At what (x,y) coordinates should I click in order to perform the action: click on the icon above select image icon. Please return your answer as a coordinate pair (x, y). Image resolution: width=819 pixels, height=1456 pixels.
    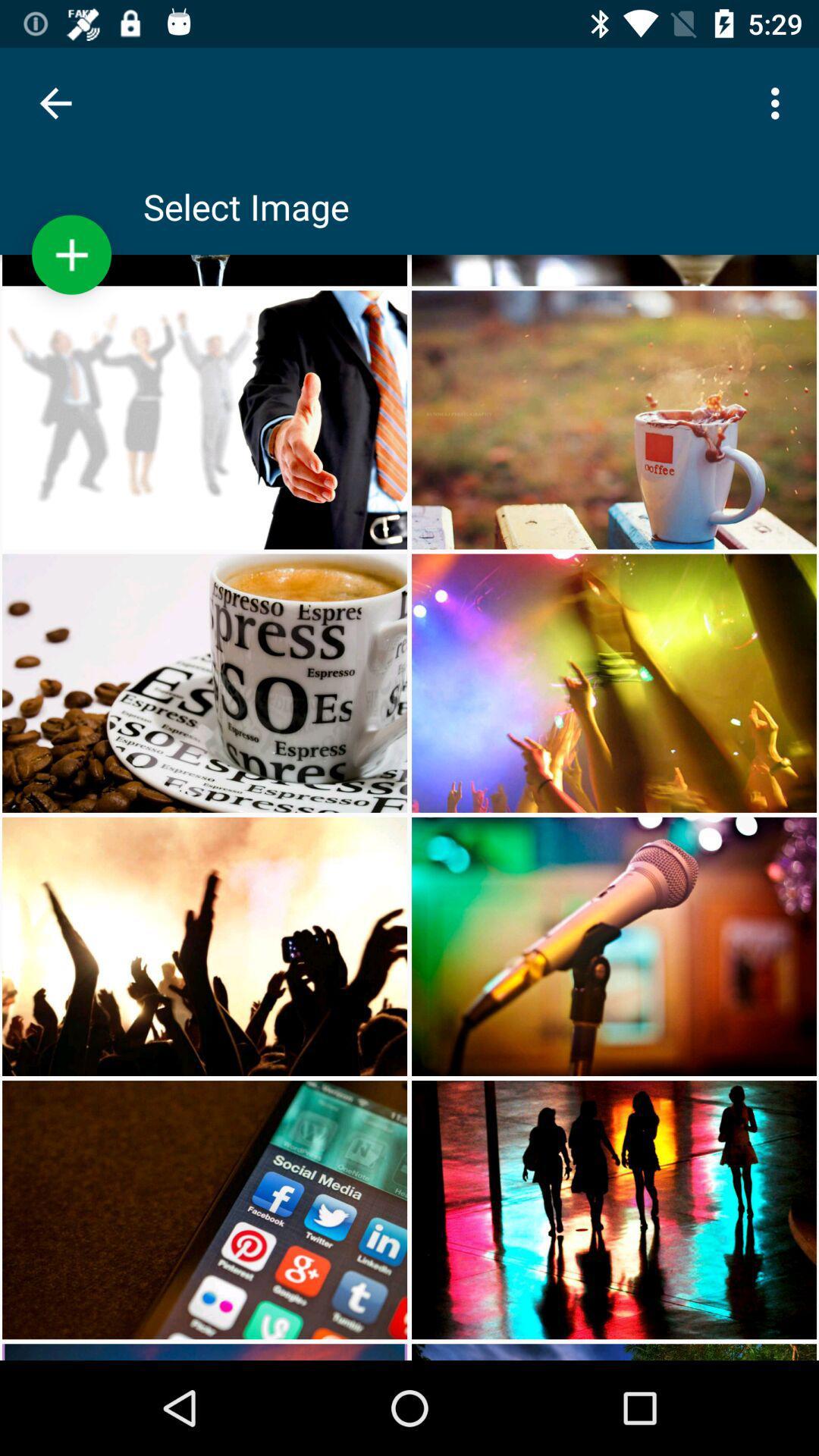
    Looking at the image, I should click on (779, 102).